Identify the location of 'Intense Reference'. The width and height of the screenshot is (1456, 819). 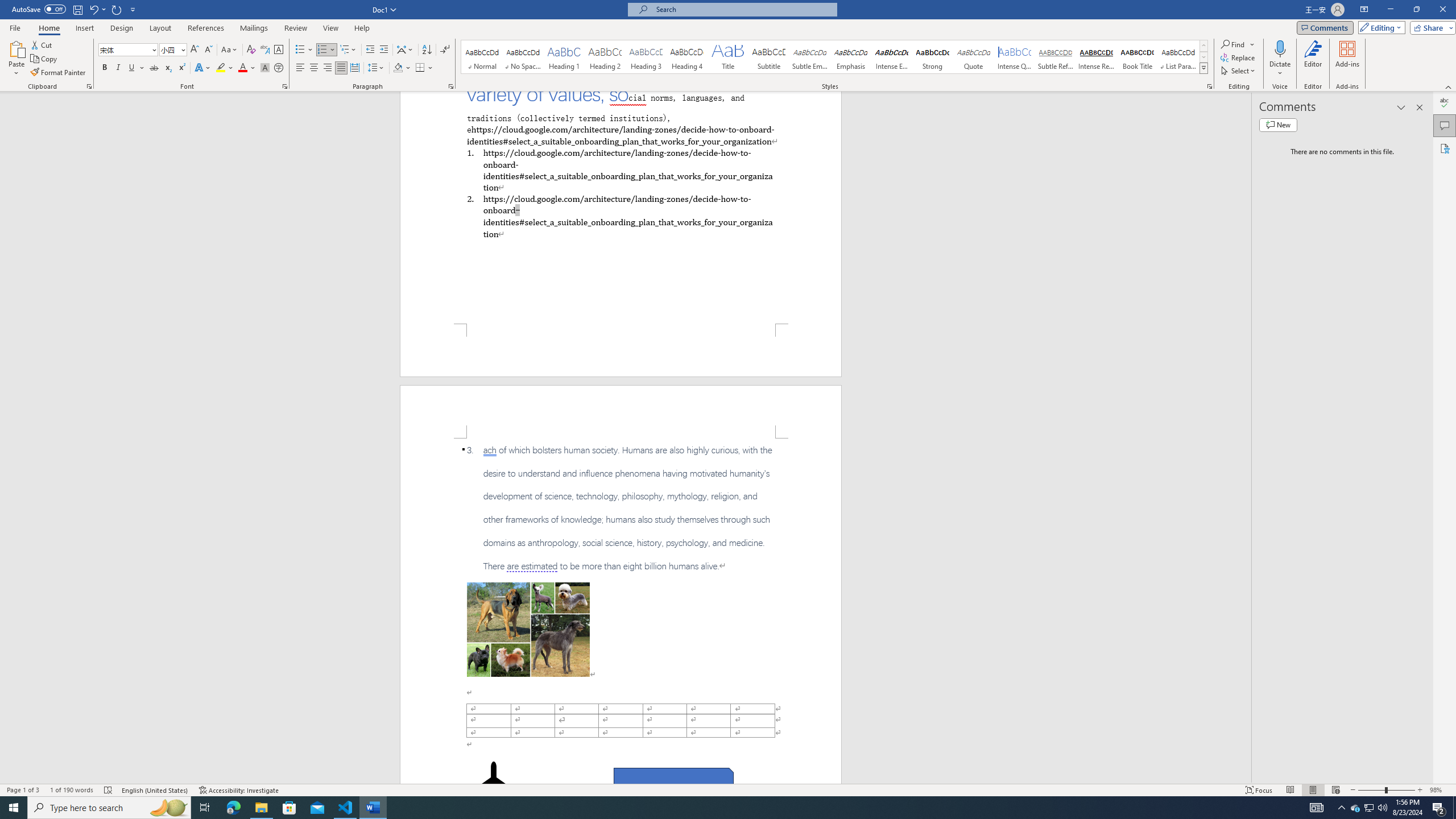
(1096, 56).